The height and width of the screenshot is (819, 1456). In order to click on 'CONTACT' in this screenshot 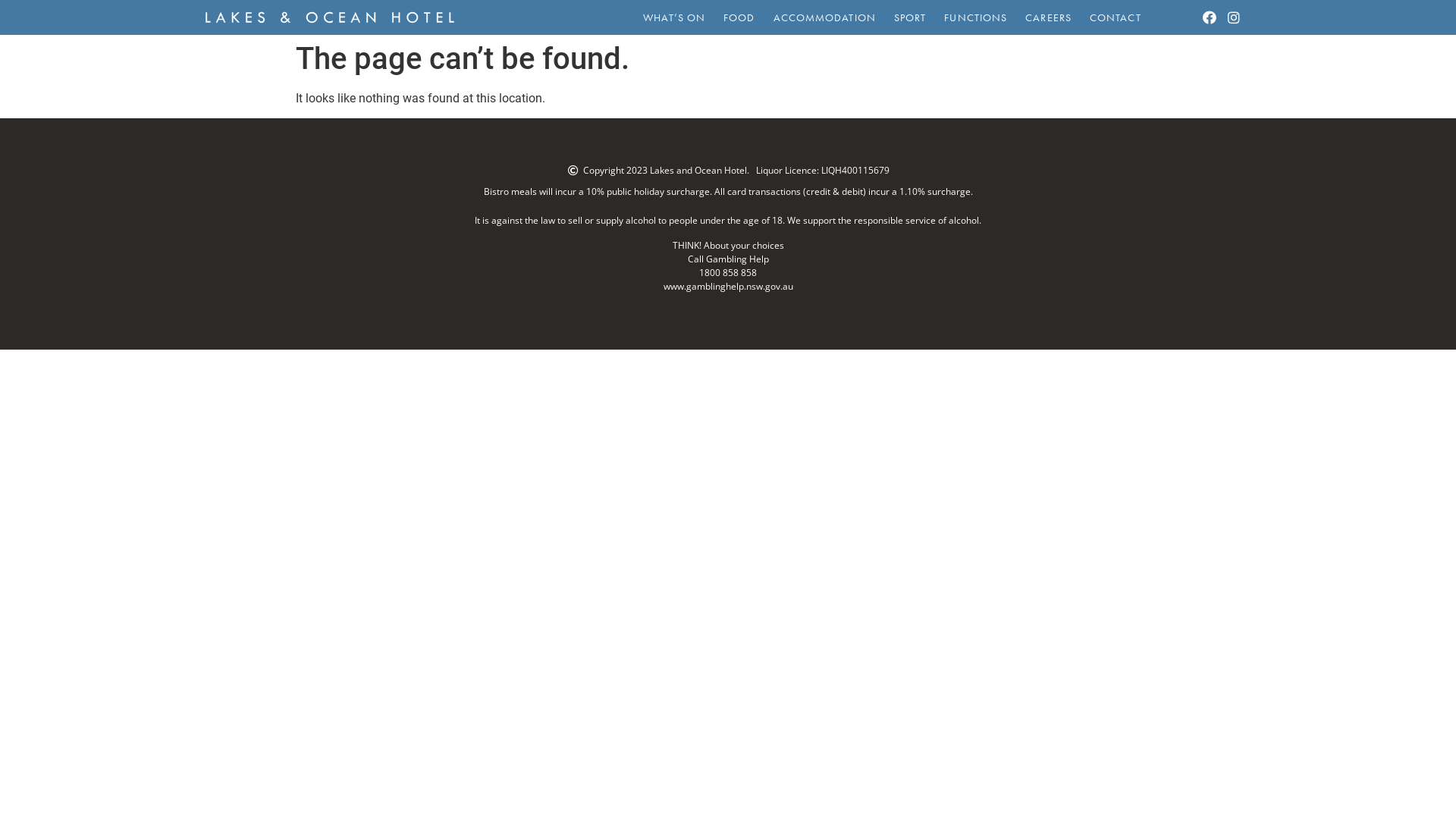, I will do `click(1115, 17)`.